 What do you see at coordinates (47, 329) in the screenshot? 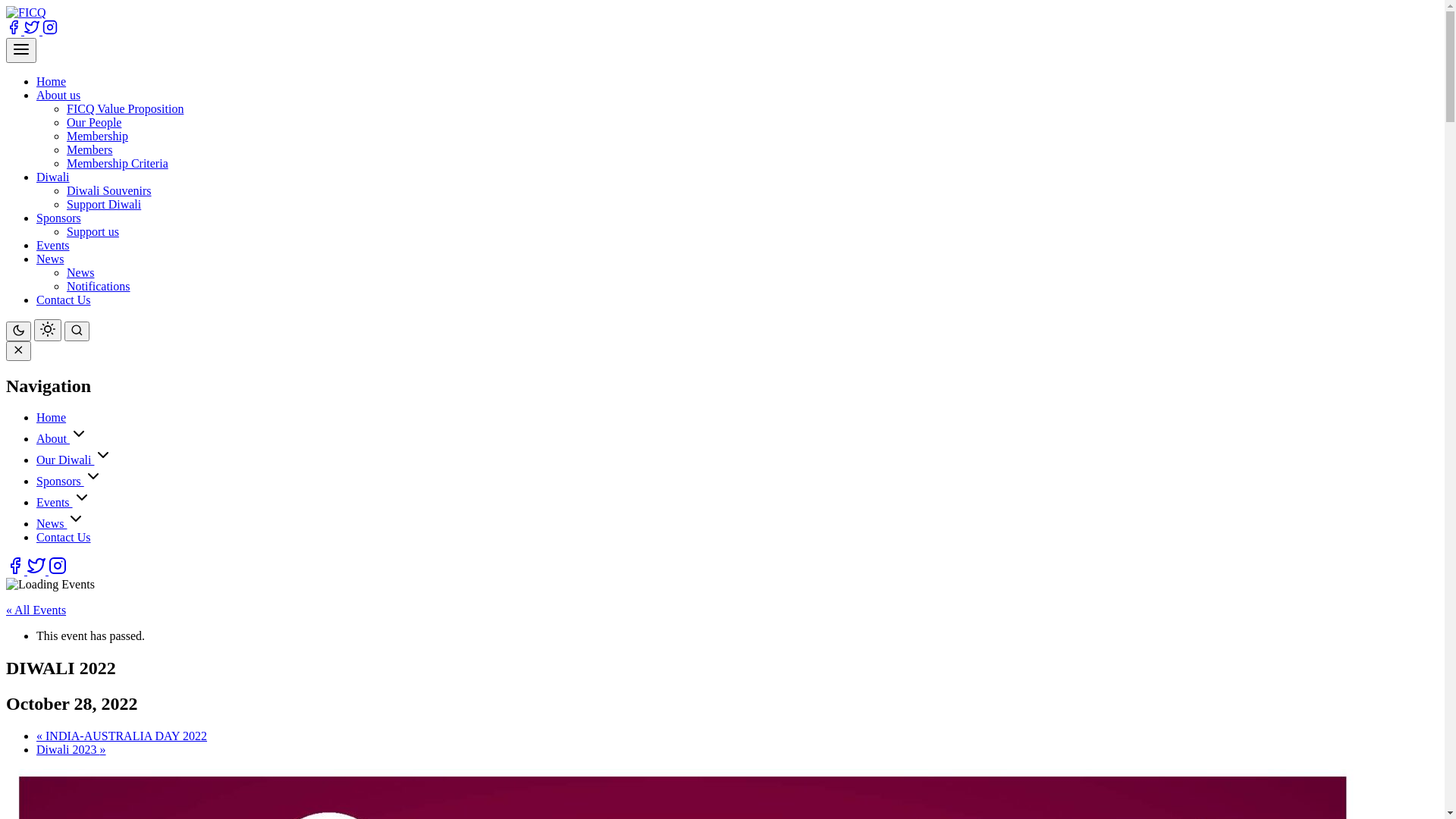
I see `'Toggle Darkmode'` at bounding box center [47, 329].